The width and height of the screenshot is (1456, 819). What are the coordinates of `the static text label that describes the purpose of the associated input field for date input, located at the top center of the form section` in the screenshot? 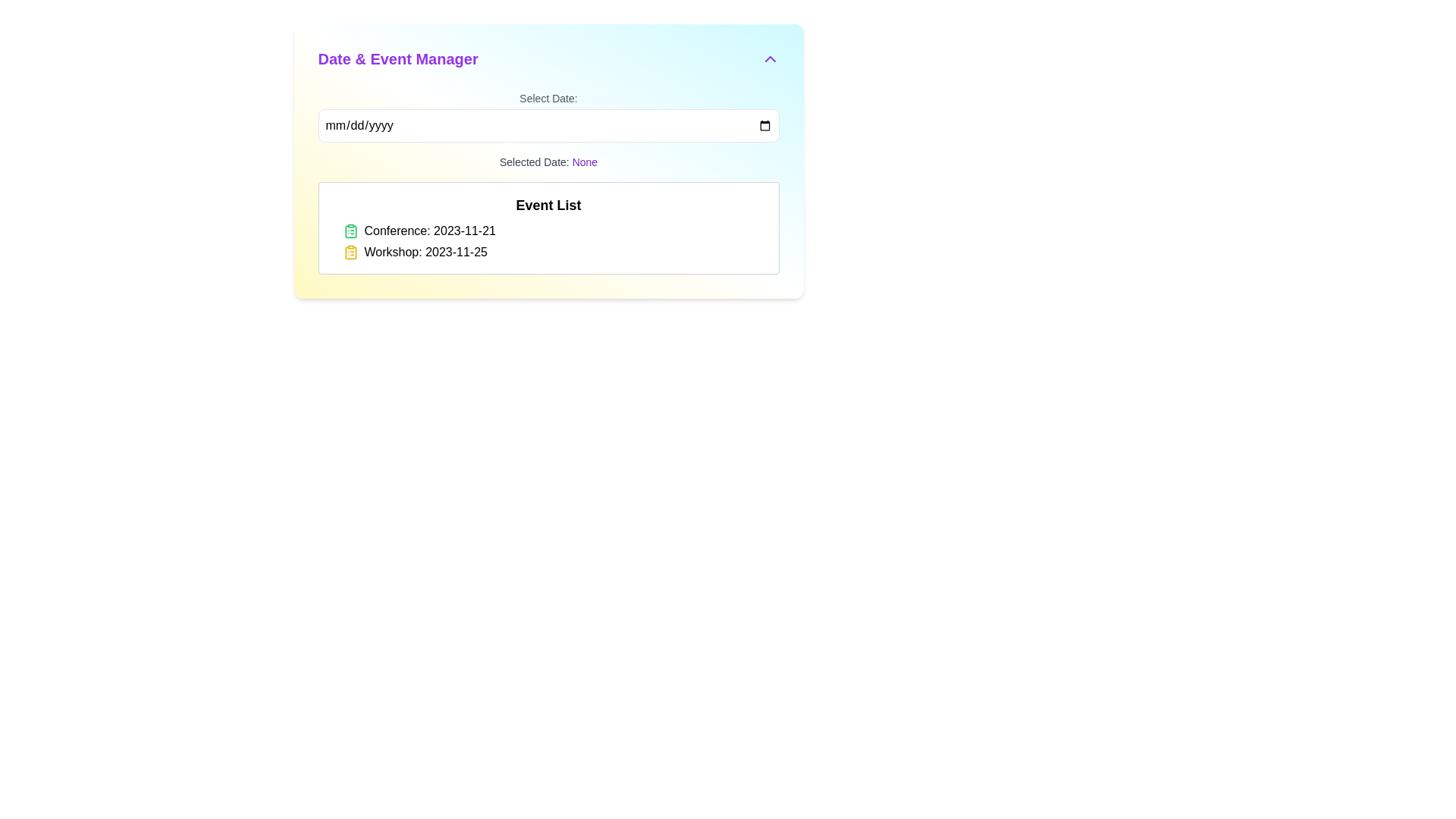 It's located at (548, 99).